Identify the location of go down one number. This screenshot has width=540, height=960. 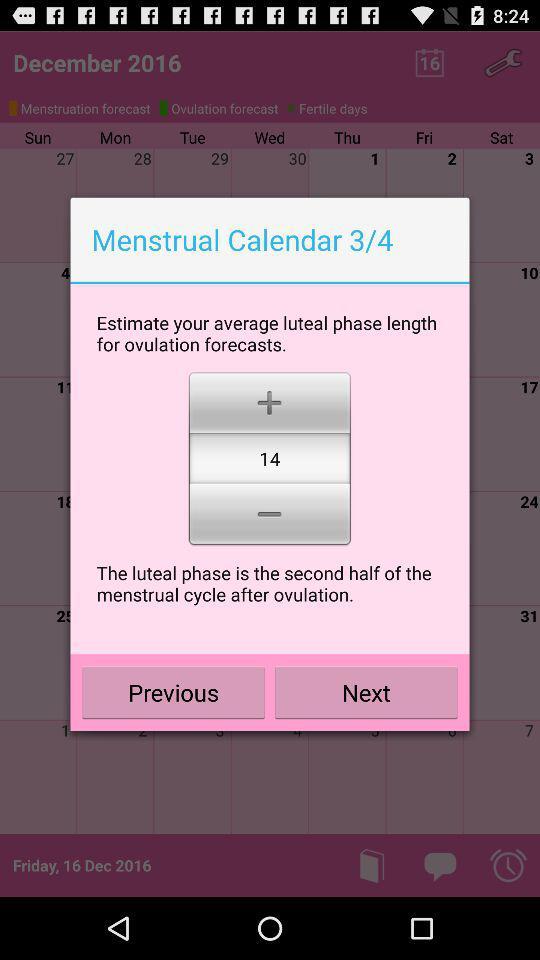
(269, 515).